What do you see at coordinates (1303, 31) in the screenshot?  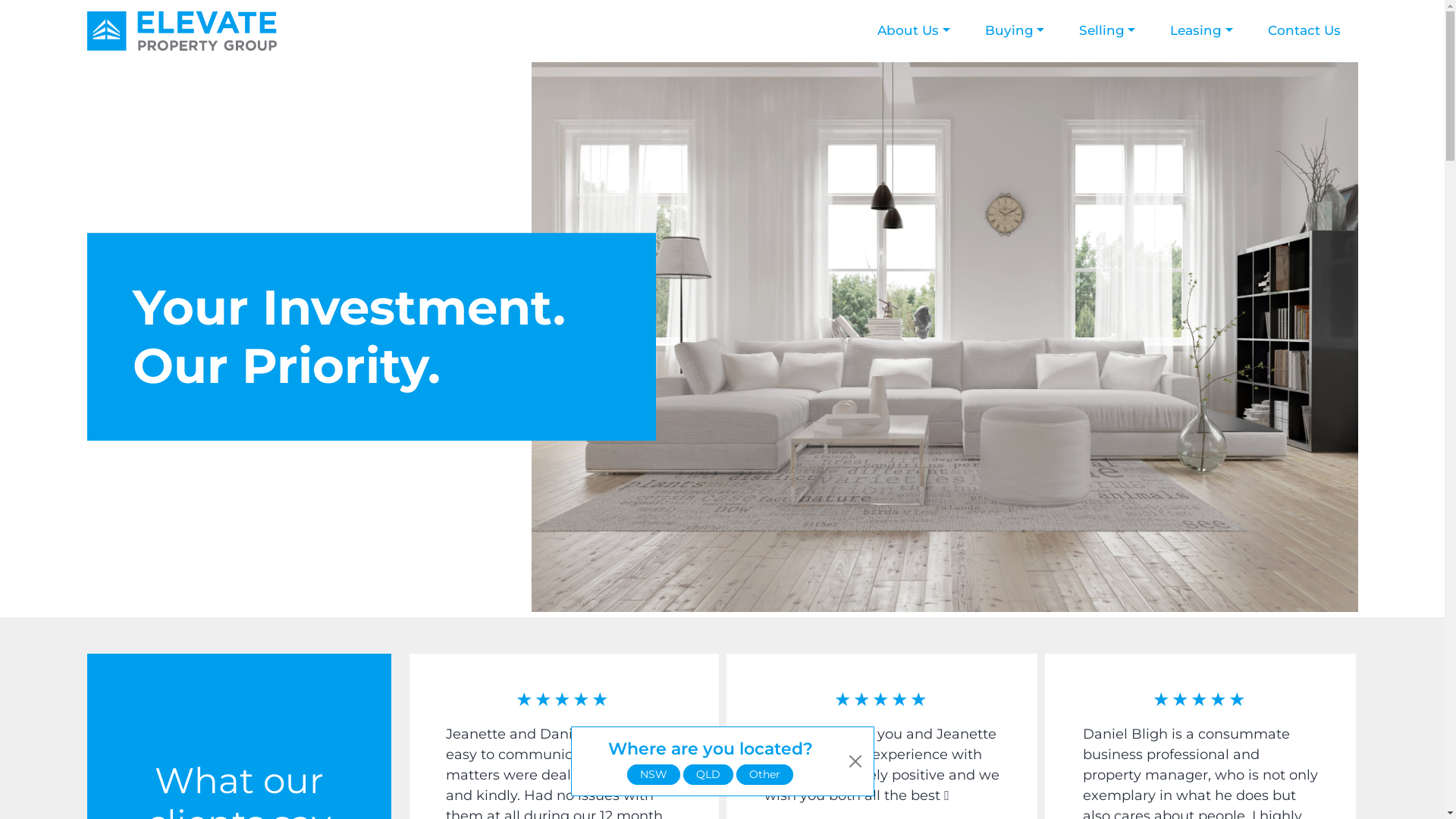 I see `'Contact Us'` at bounding box center [1303, 31].